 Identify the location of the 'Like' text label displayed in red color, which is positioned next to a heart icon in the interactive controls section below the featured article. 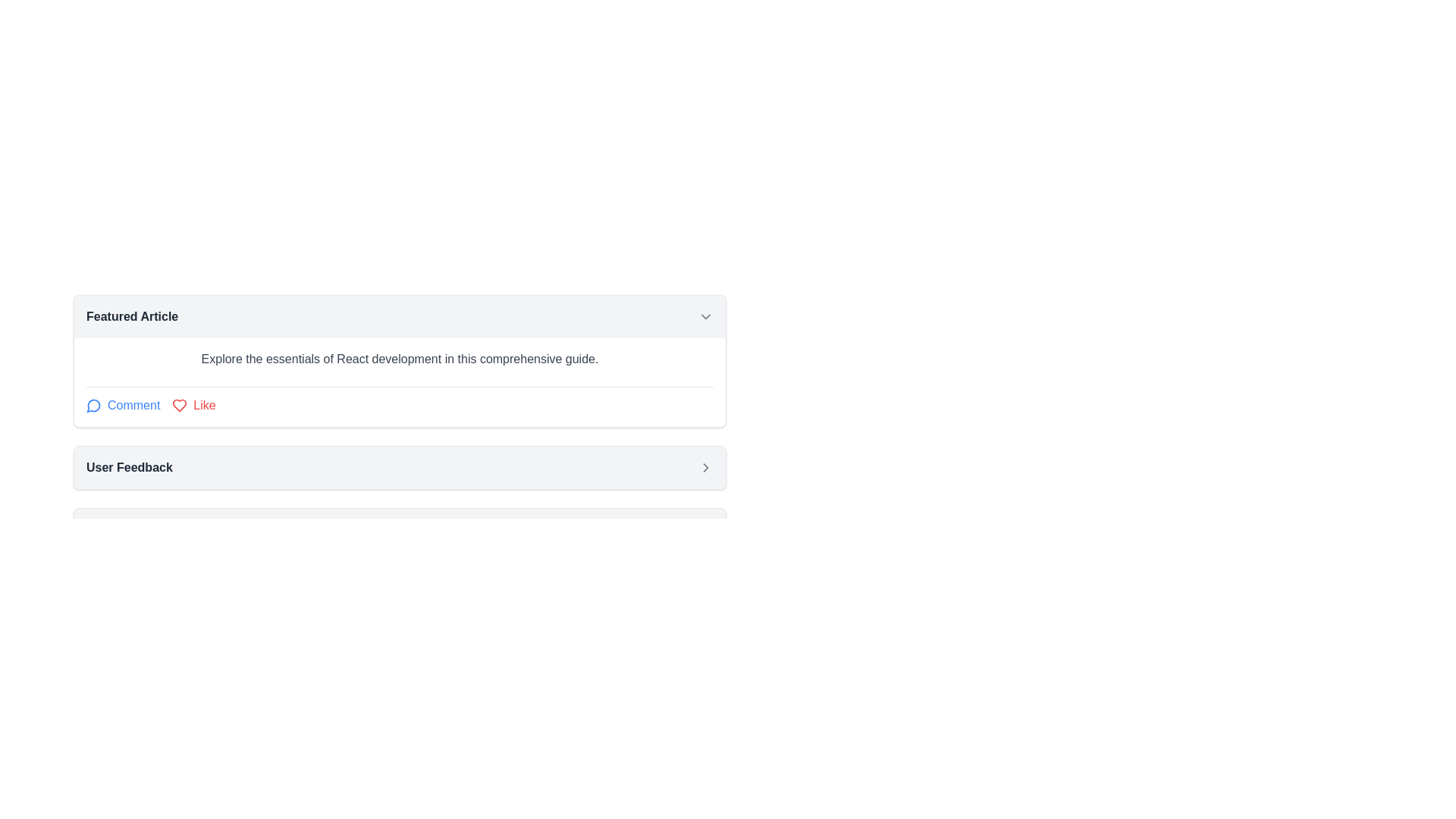
(203, 405).